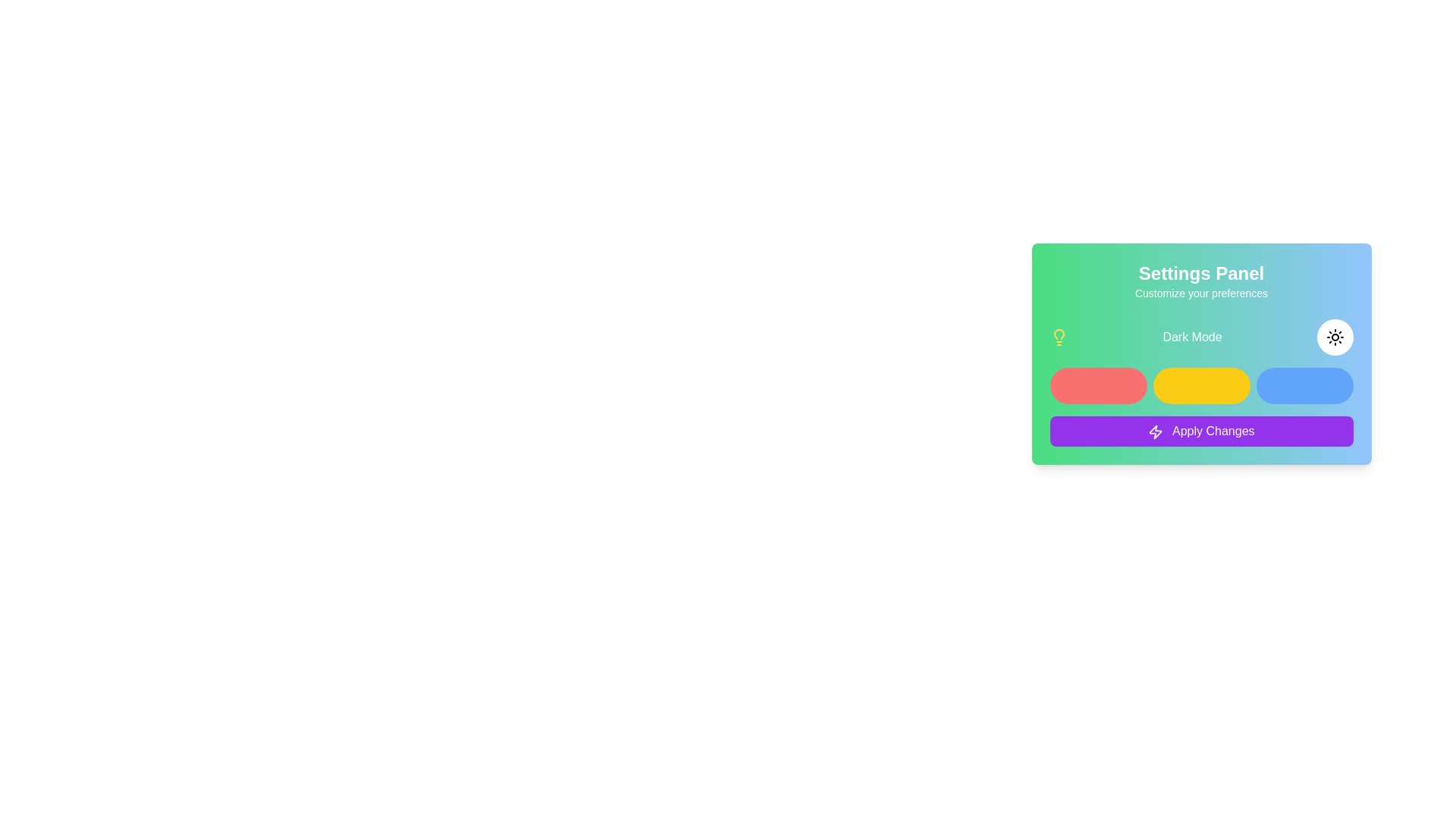 The width and height of the screenshot is (1456, 819). Describe the element at coordinates (1098, 385) in the screenshot. I see `the red button with rounded corners located in the first column of the settings panel` at that location.